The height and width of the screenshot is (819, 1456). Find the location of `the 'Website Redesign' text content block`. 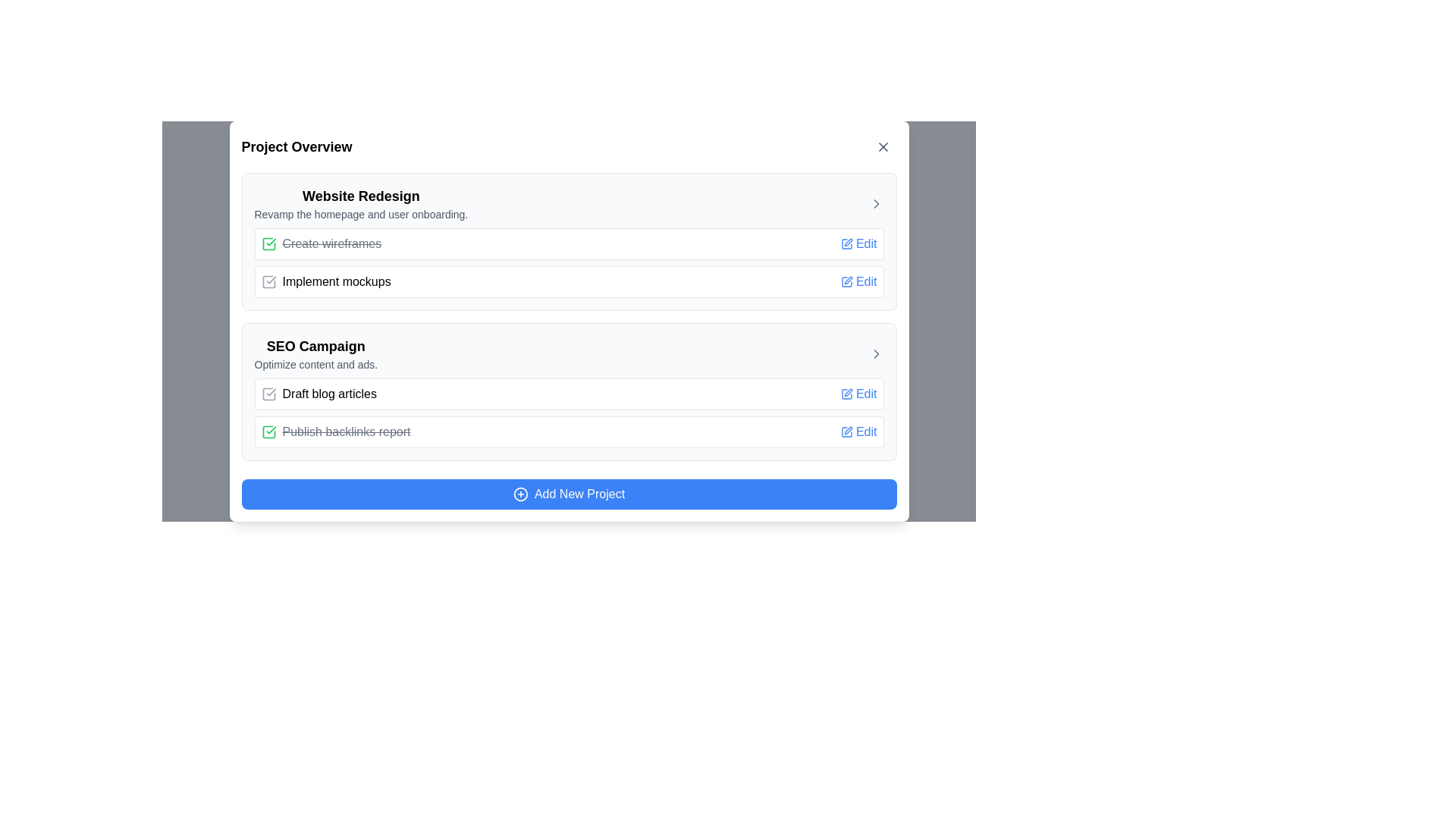

the 'Website Redesign' text content block is located at coordinates (360, 203).